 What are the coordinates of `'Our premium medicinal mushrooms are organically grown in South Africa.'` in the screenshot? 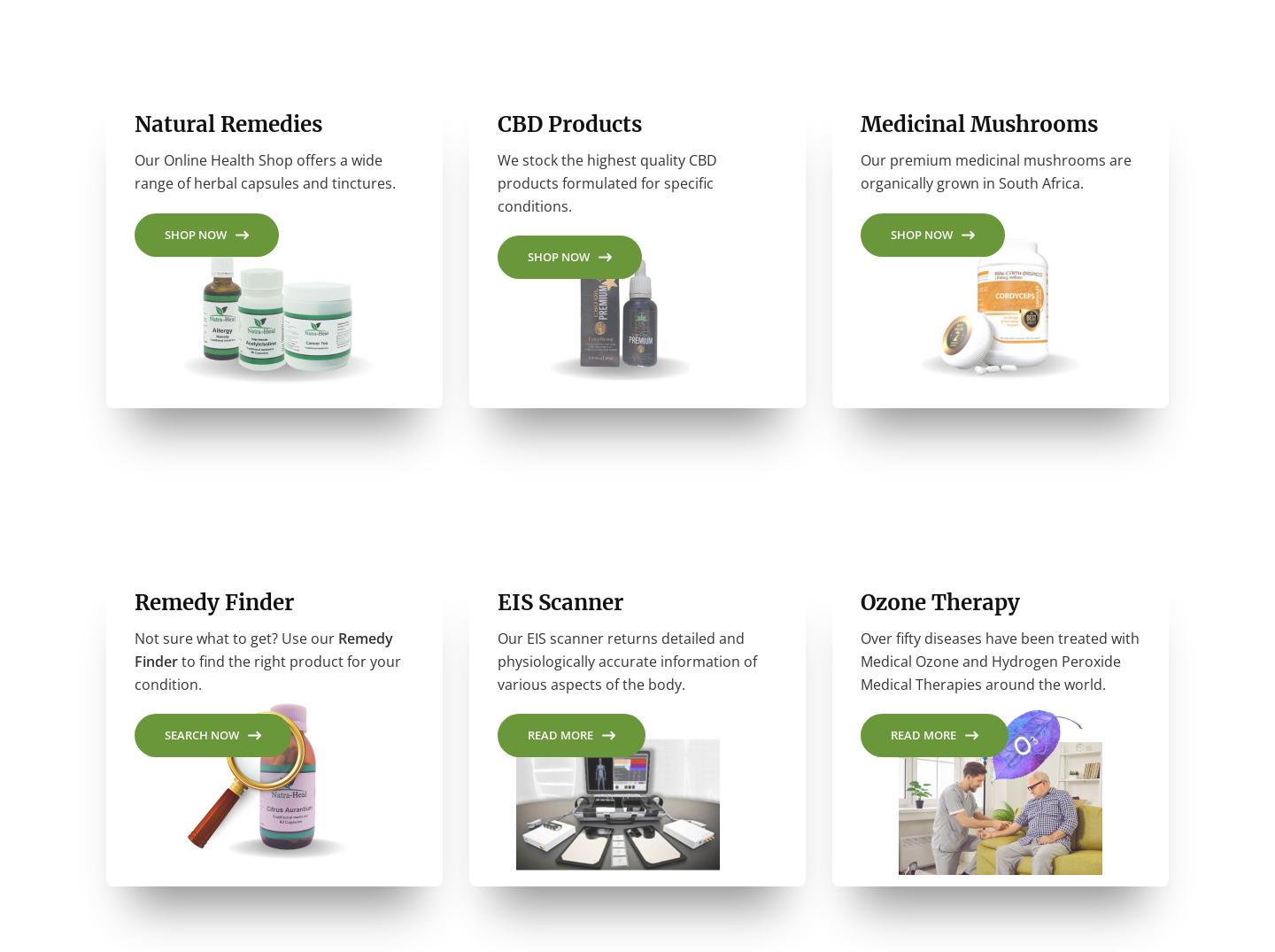 It's located at (994, 177).